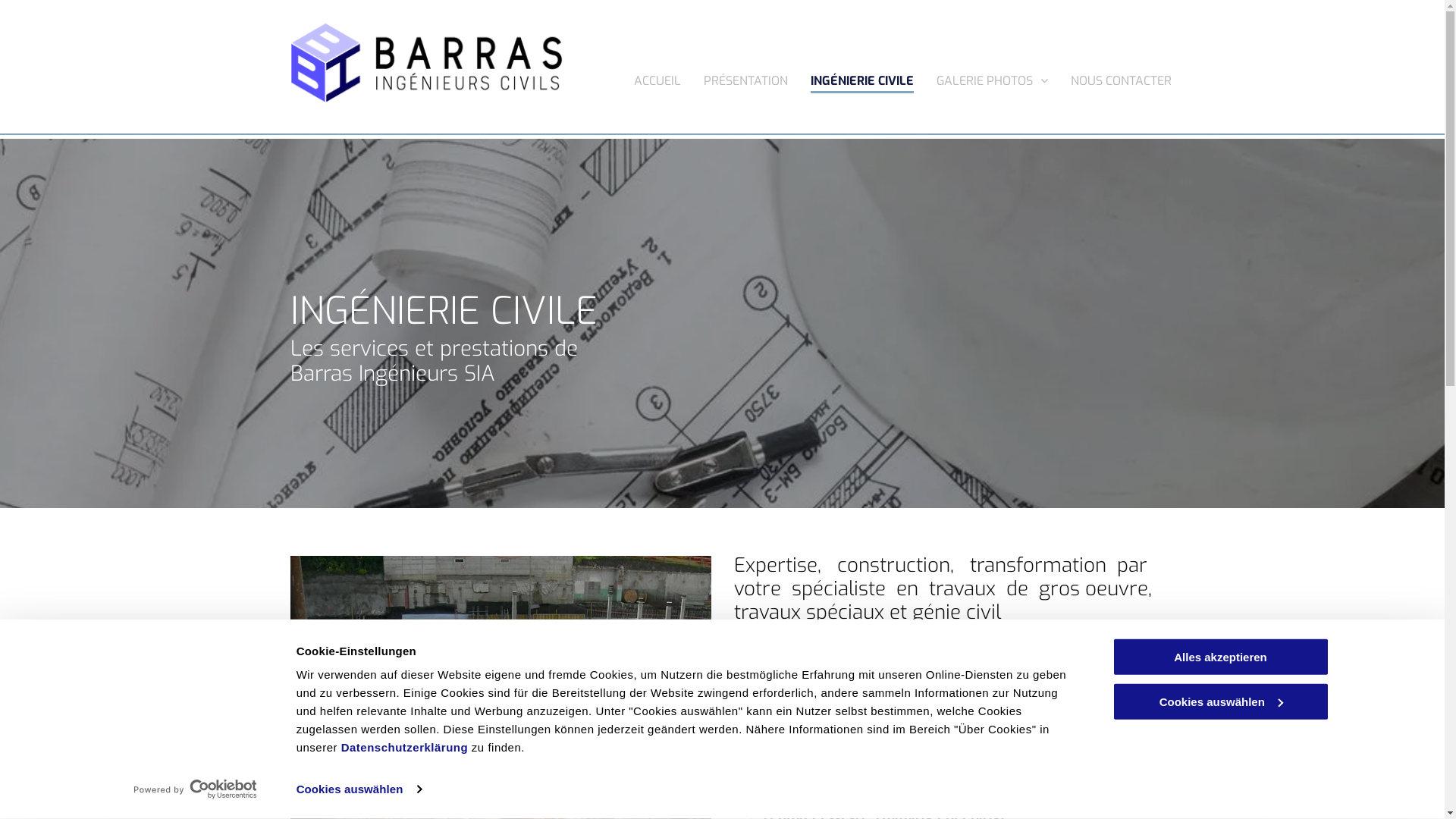  Describe the element at coordinates (657, 77) in the screenshot. I see `'ACCUEIL'` at that location.